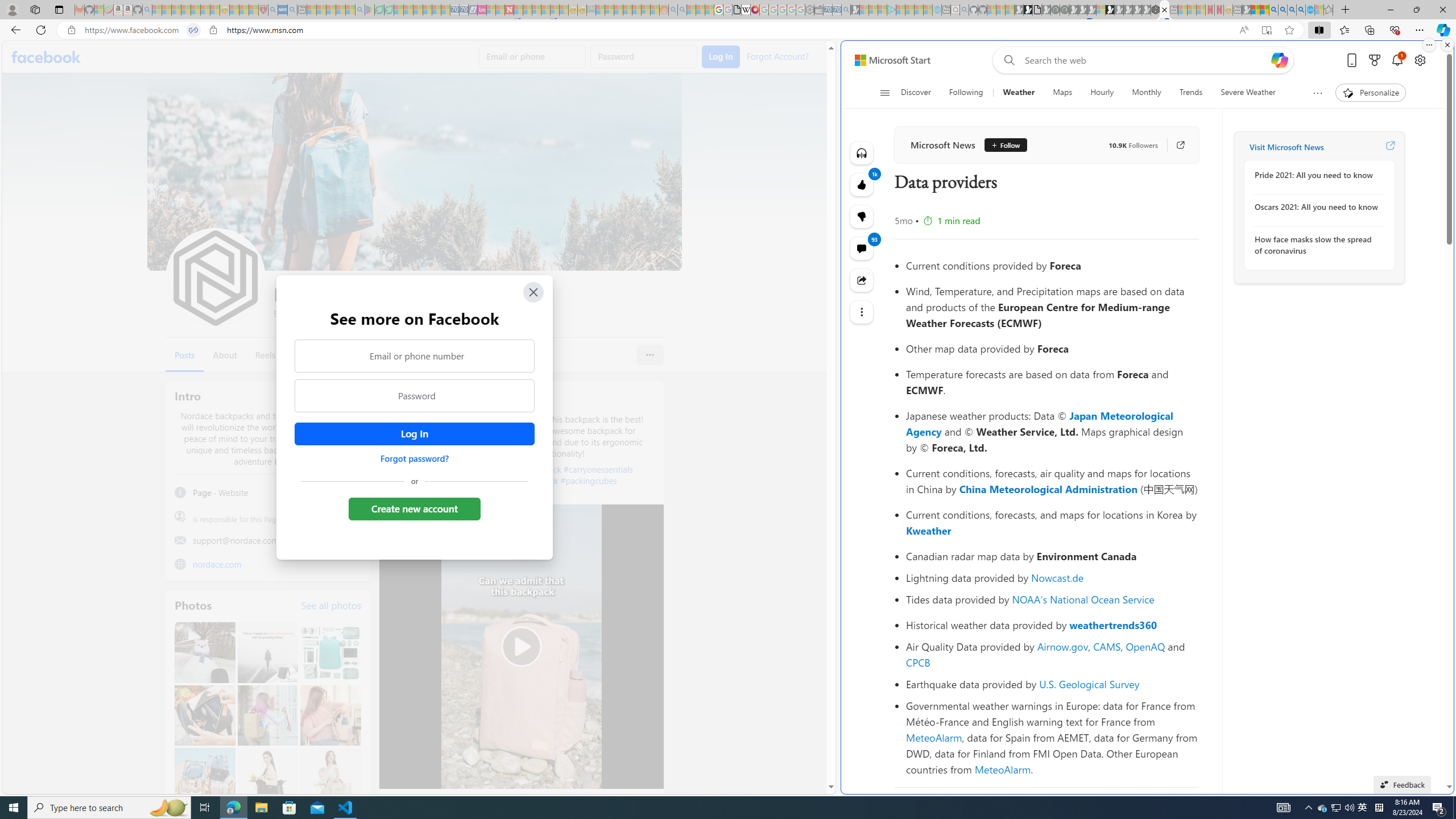 The width and height of the screenshot is (1456, 819). Describe the element at coordinates (965, 92) in the screenshot. I see `'Following'` at that location.